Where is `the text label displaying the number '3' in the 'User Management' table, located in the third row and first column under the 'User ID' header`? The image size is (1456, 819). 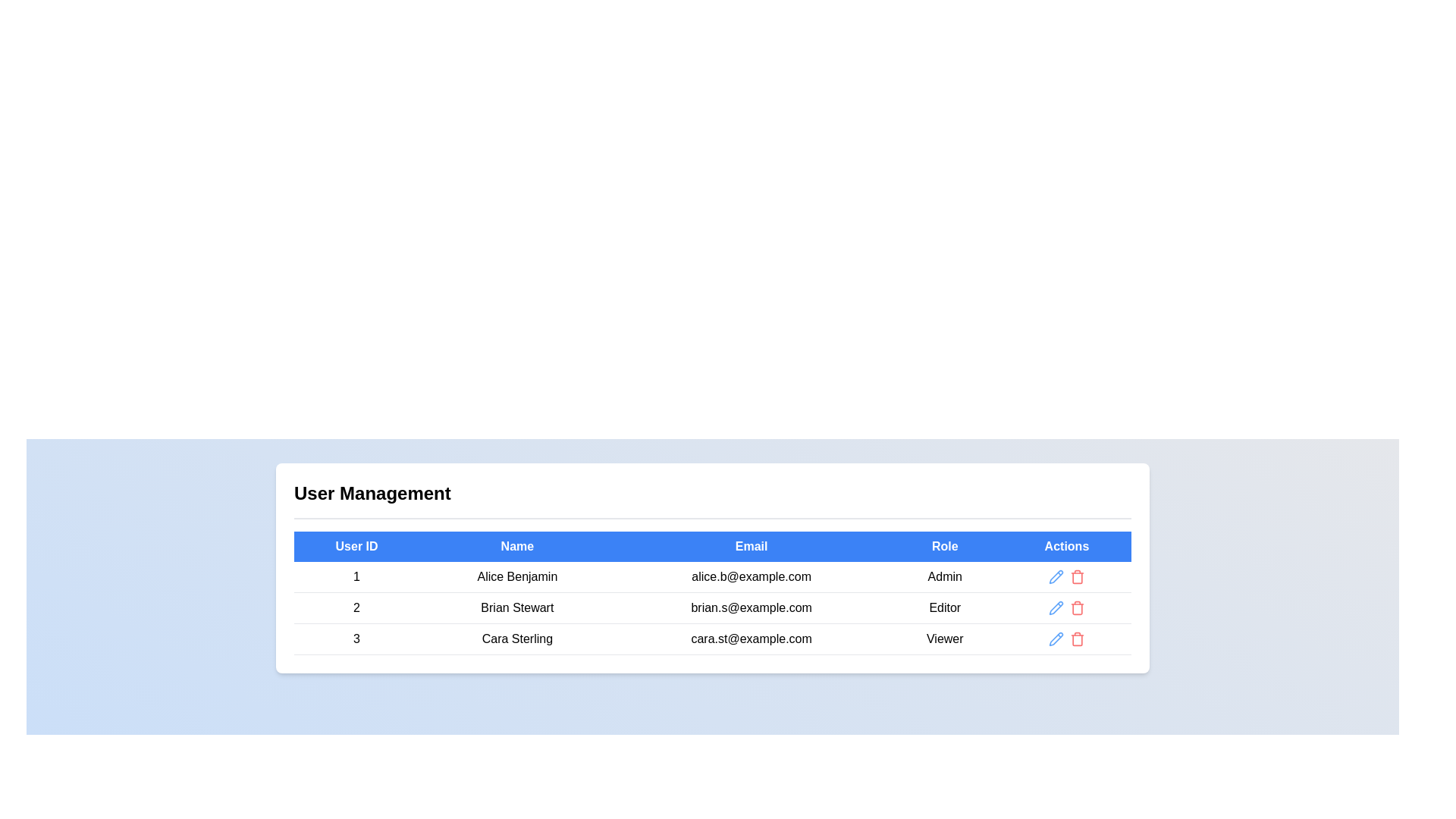 the text label displaying the number '3' in the 'User Management' table, located in the third row and first column under the 'User ID' header is located at coordinates (356, 639).